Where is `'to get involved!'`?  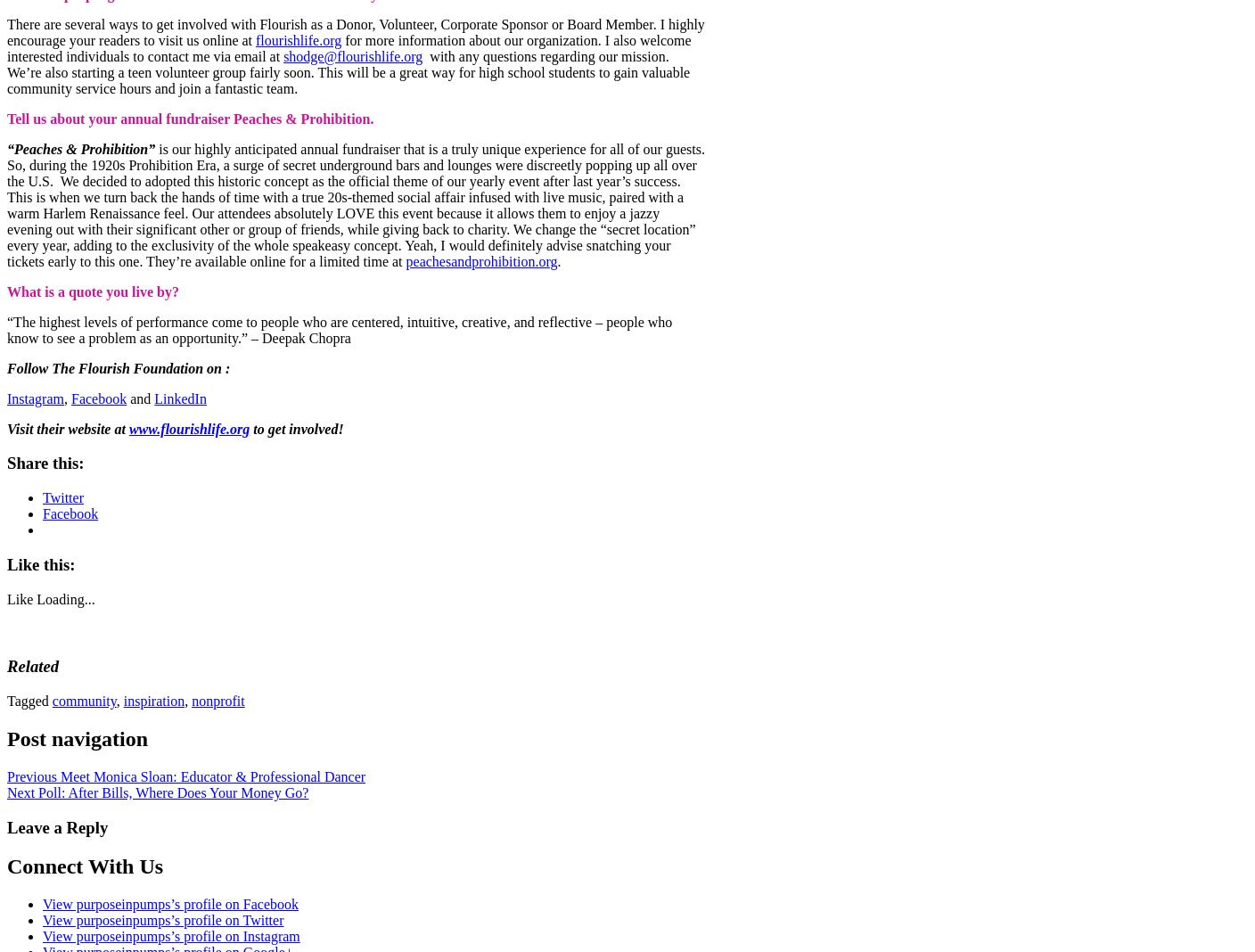 'to get involved!' is located at coordinates (296, 428).